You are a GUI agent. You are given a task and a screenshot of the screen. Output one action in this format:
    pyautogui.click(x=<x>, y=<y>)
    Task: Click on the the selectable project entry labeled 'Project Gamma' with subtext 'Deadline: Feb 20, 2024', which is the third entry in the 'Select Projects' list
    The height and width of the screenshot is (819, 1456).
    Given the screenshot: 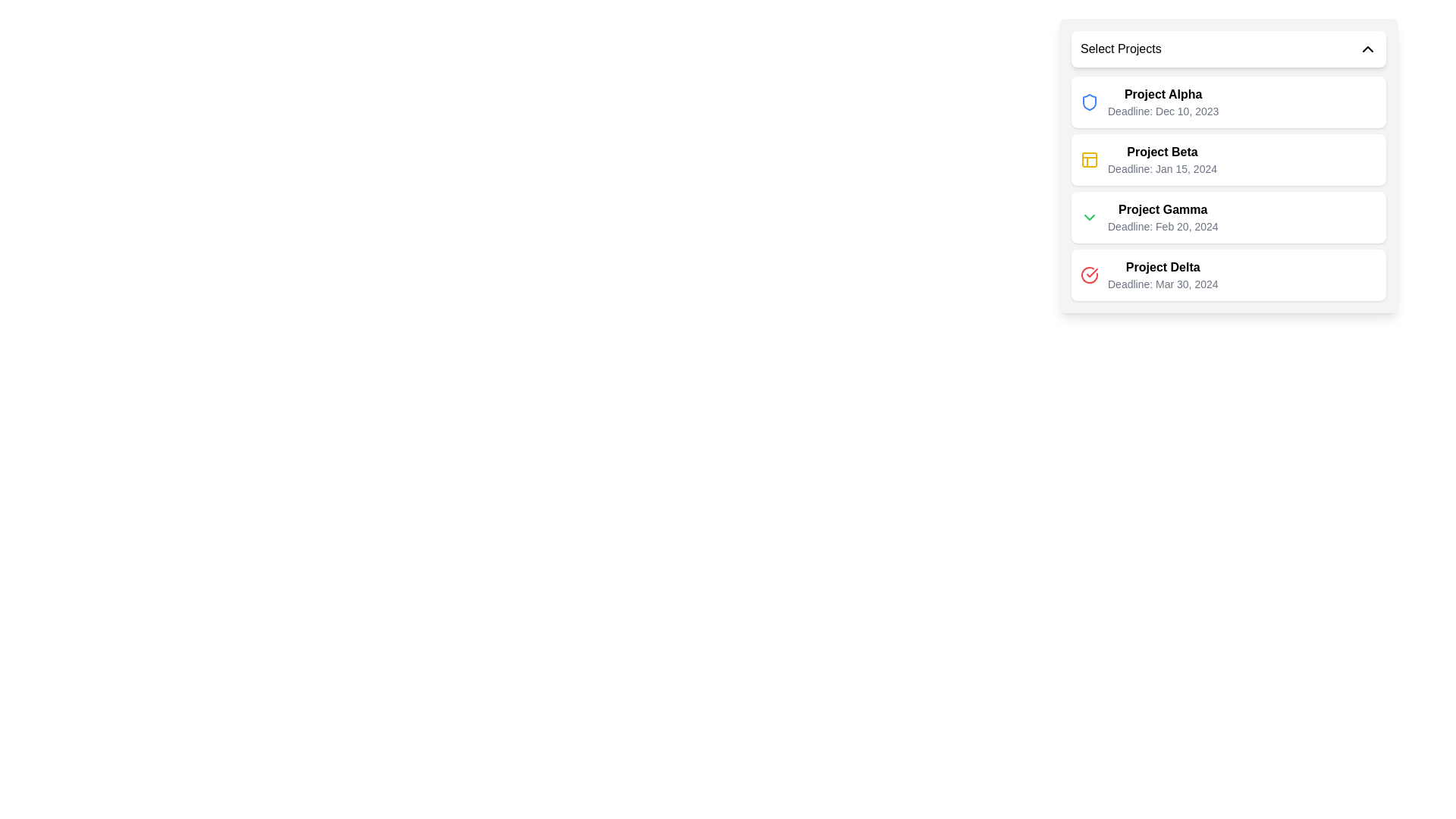 What is the action you would take?
    pyautogui.click(x=1228, y=217)
    